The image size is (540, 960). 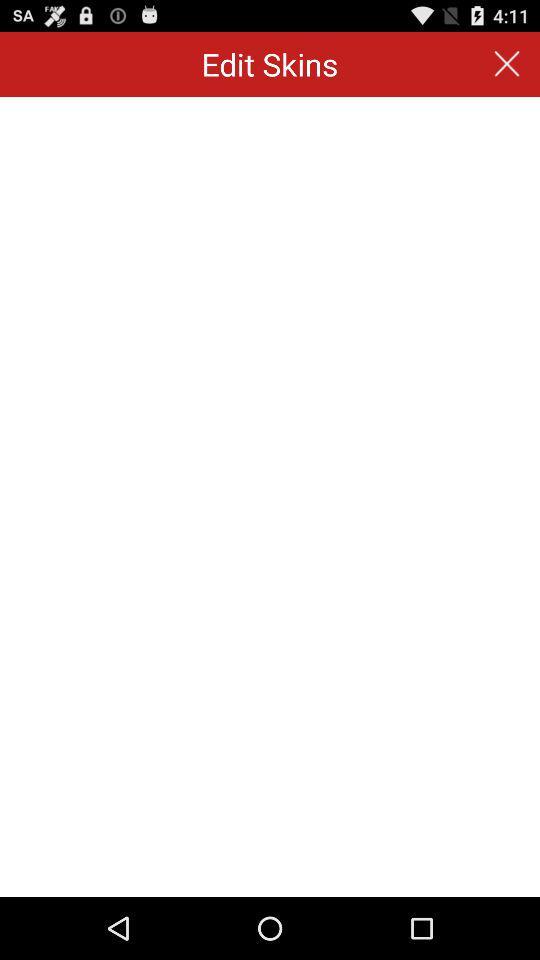 What do you see at coordinates (270, 496) in the screenshot?
I see `icon at the center` at bounding box center [270, 496].